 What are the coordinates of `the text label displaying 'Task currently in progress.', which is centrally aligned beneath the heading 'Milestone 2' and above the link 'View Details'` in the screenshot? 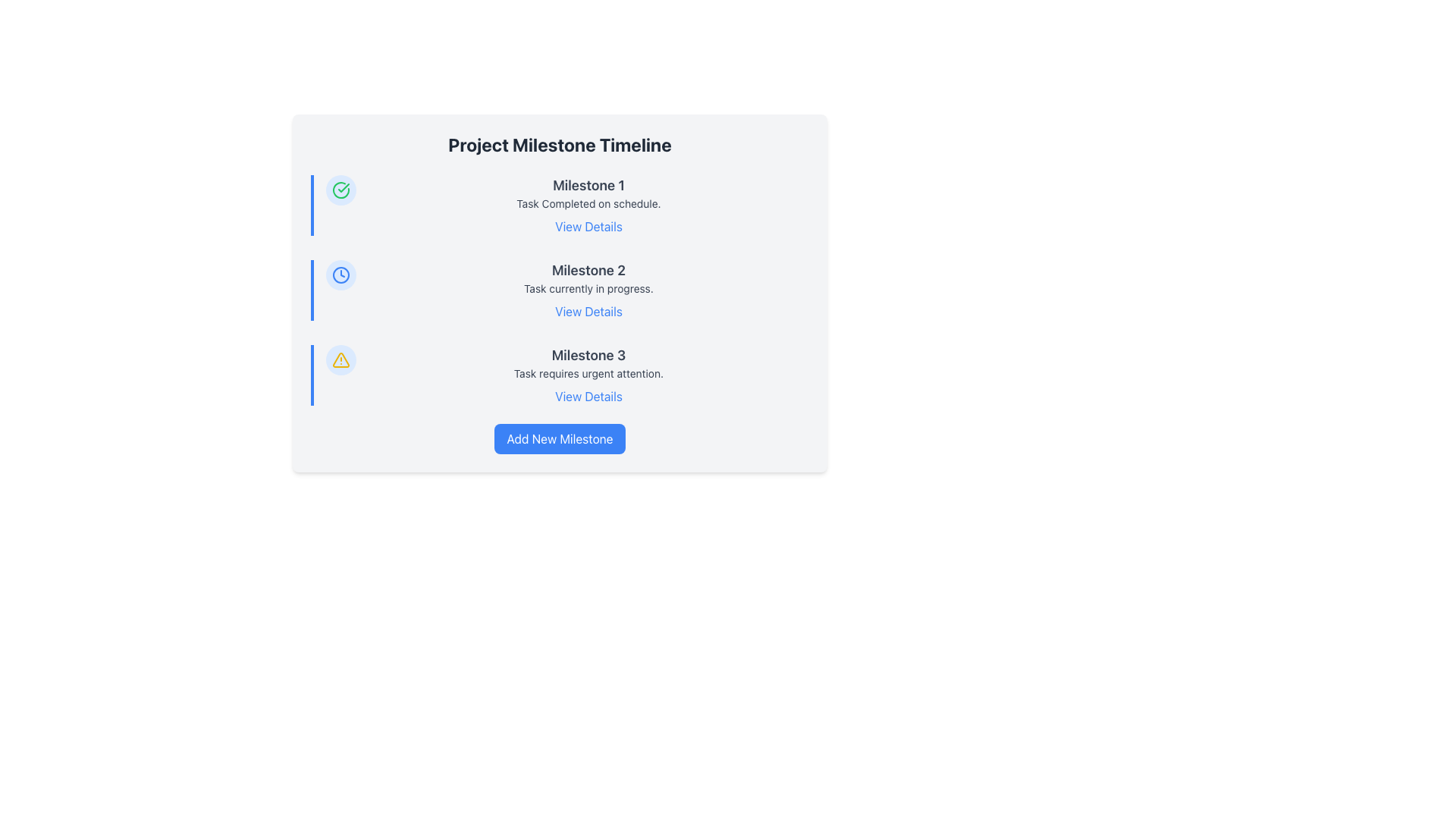 It's located at (588, 289).